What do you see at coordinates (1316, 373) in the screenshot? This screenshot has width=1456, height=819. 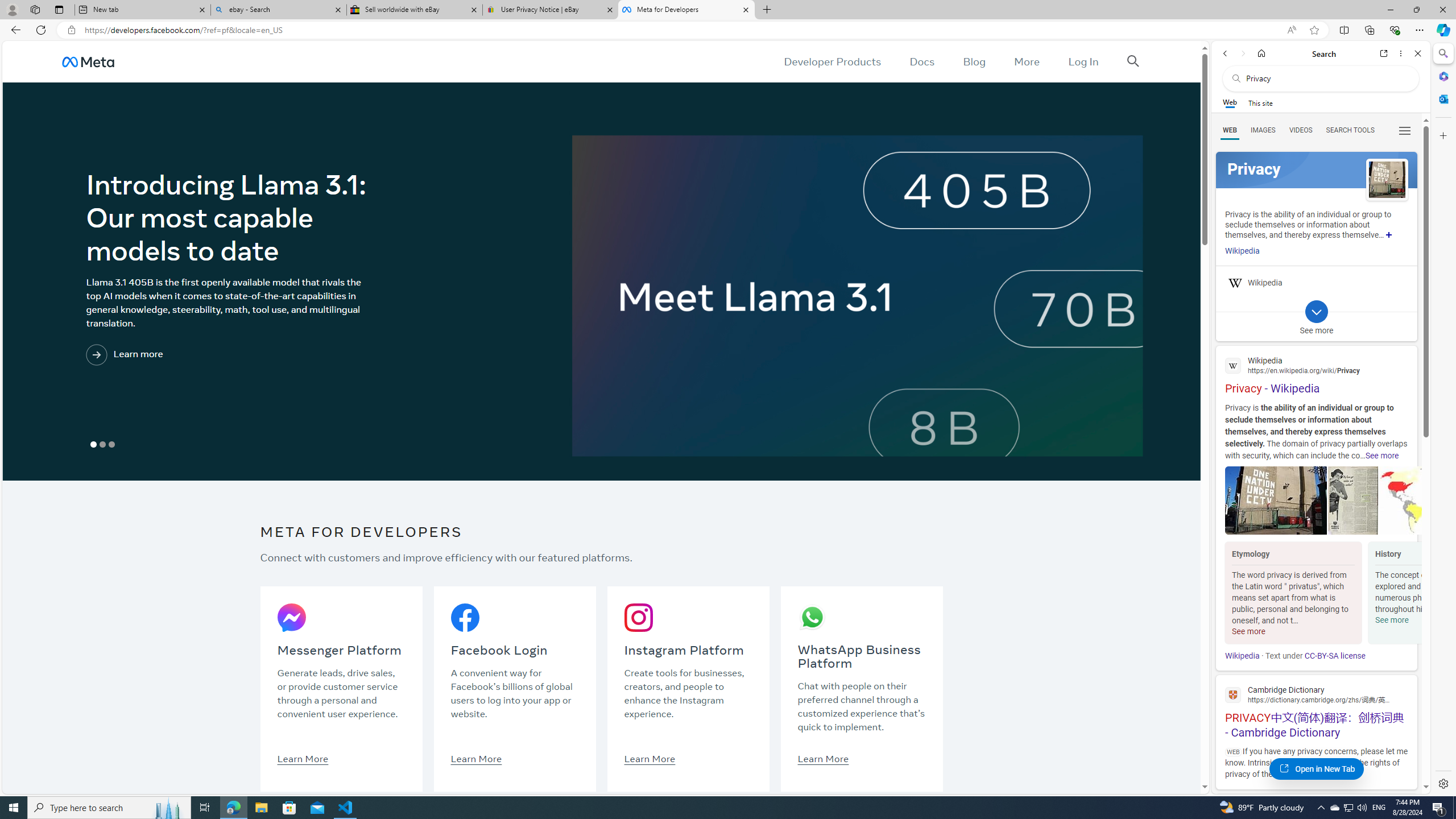 I see `'Privacy - Wikipedia'` at bounding box center [1316, 373].